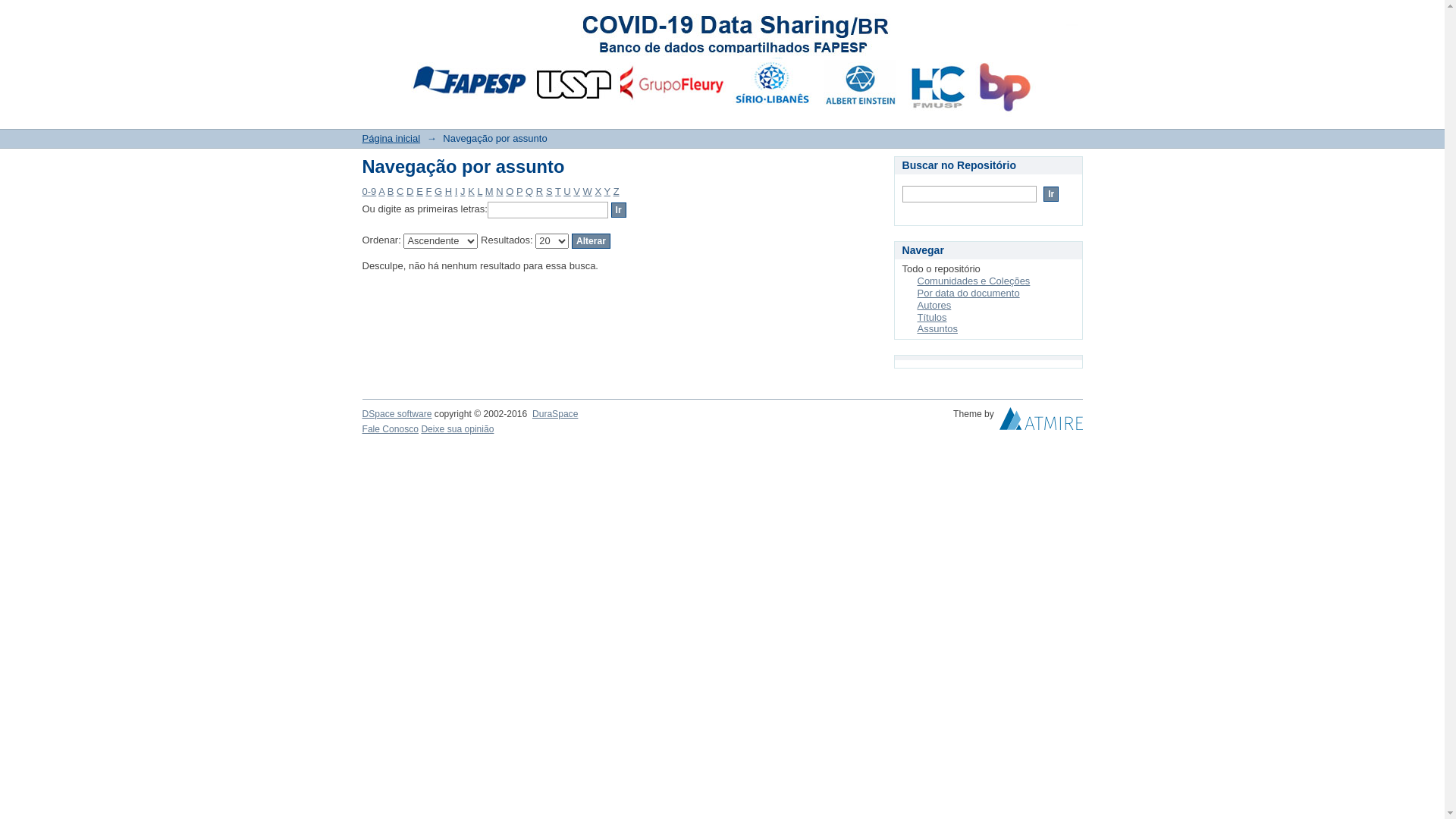  I want to click on 'O', so click(510, 190).